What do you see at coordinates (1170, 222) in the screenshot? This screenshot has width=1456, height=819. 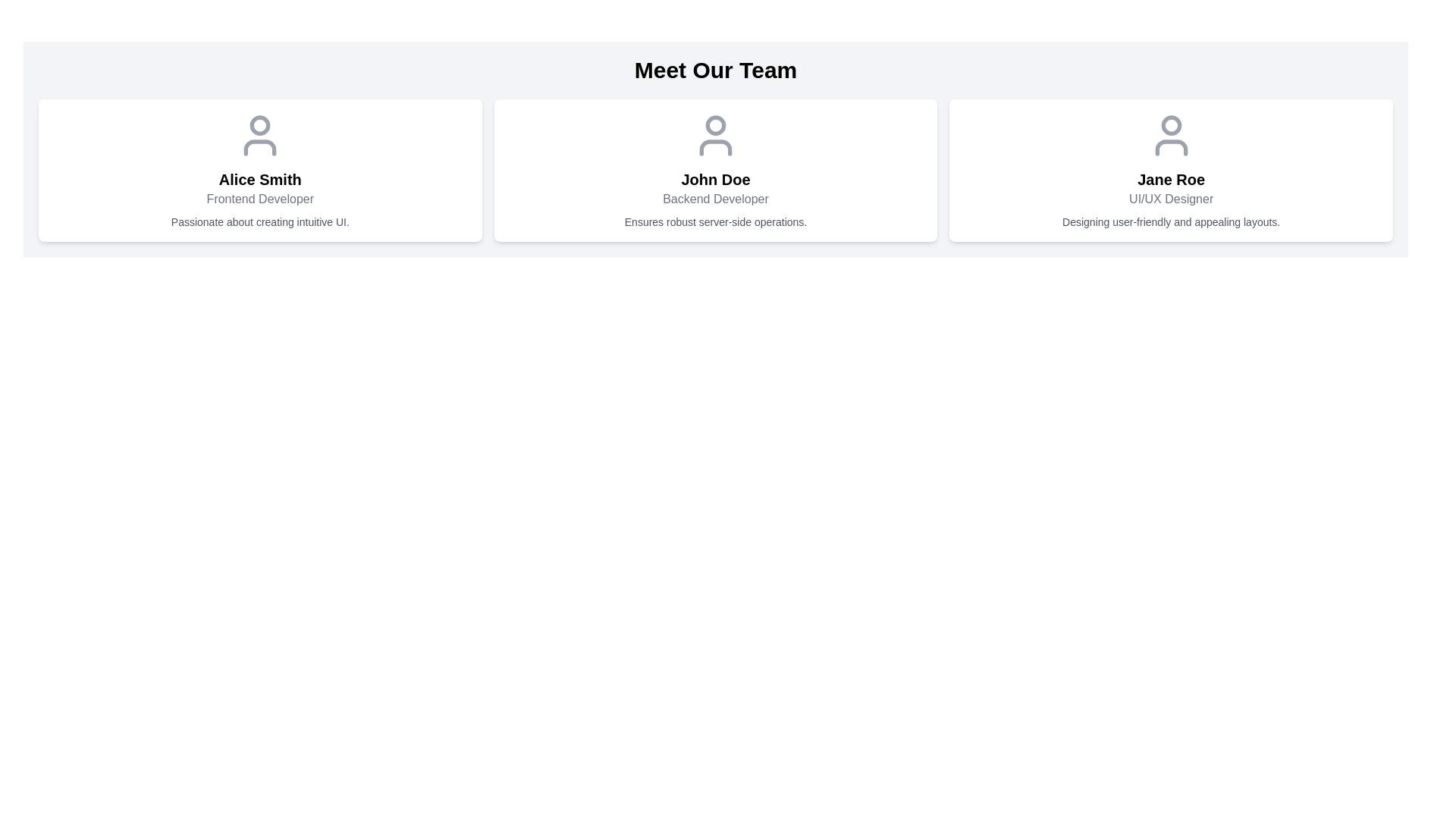 I see `the text label providing a brief description related to the user 'Jane Roe,' located beneath the job title 'UI/UX Designer' in the bottom section of the rightmost user card` at bounding box center [1170, 222].